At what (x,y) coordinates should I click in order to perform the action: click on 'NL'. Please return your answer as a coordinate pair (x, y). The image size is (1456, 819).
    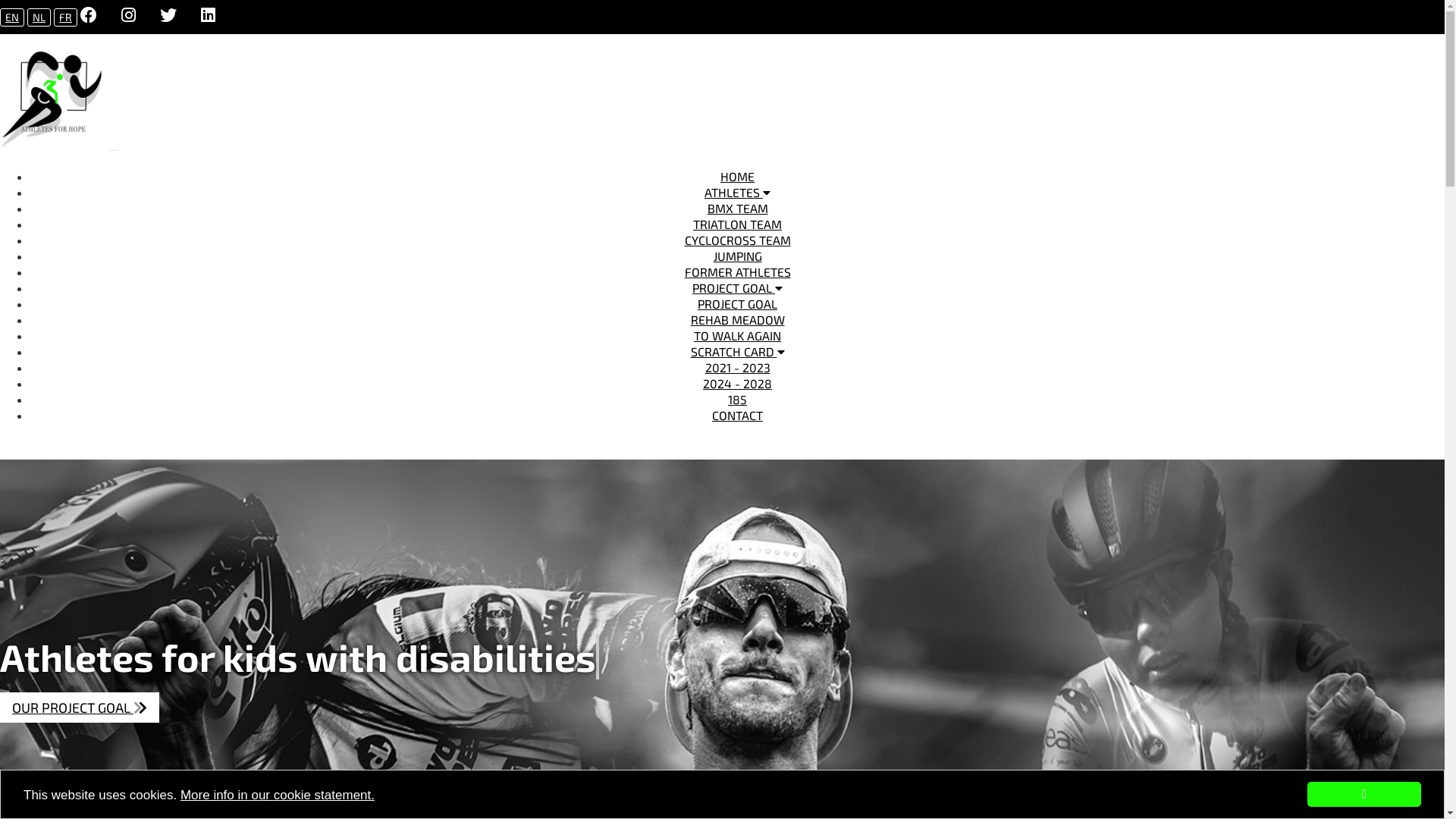
    Looking at the image, I should click on (39, 17).